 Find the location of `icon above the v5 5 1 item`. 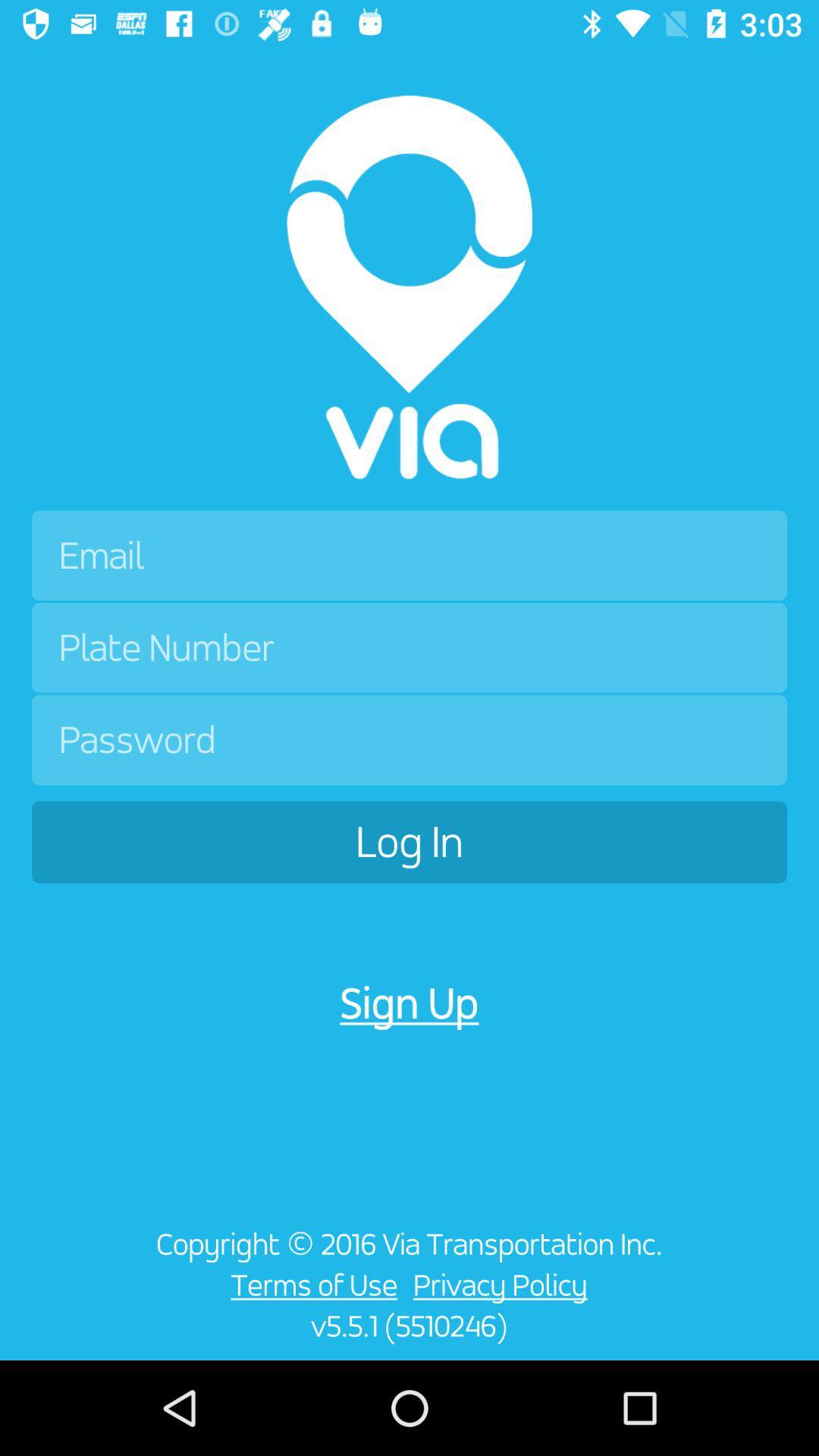

icon above the v5 5 1 item is located at coordinates (309, 1284).